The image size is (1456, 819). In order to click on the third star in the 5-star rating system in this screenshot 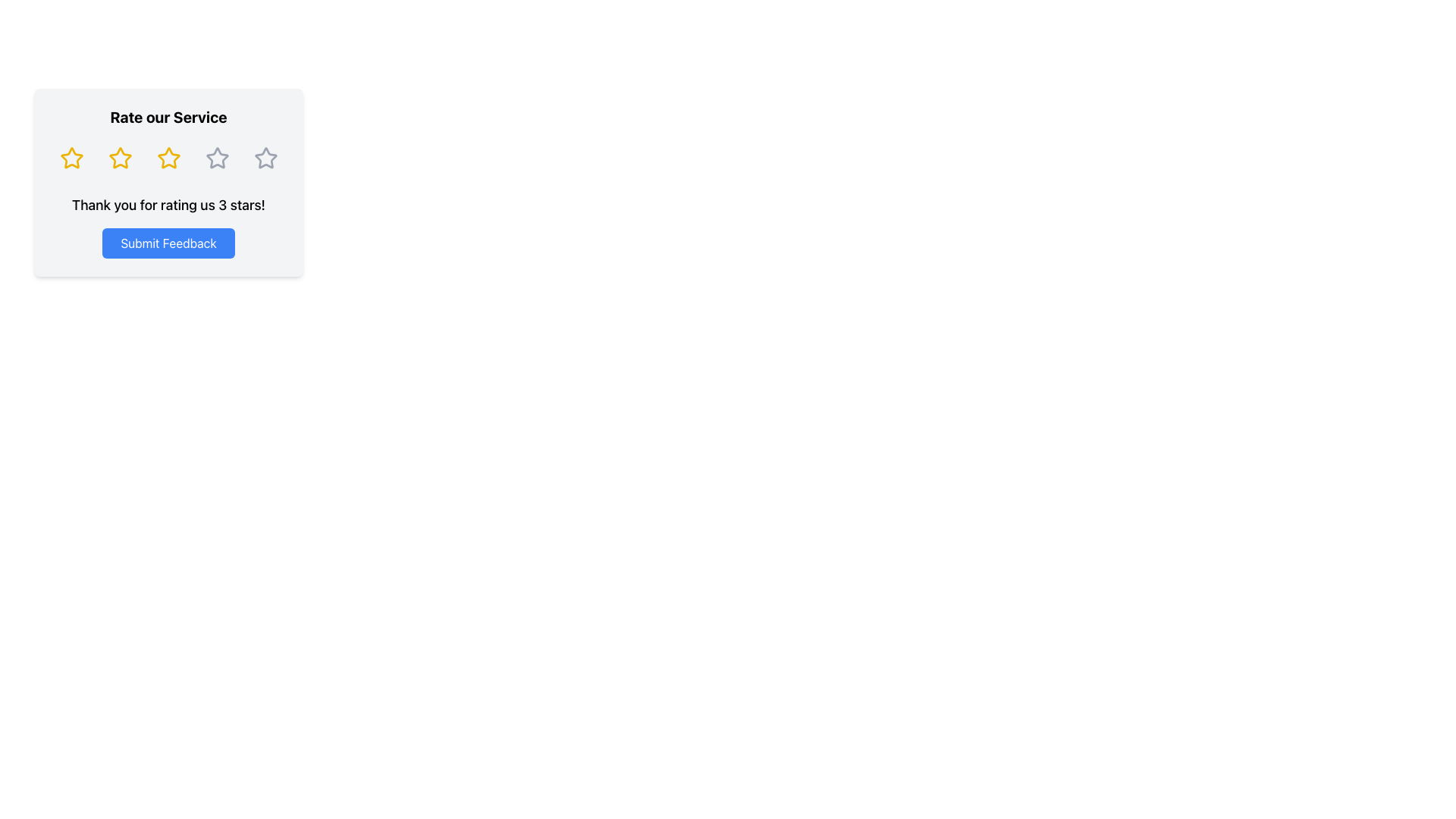, I will do `click(168, 158)`.